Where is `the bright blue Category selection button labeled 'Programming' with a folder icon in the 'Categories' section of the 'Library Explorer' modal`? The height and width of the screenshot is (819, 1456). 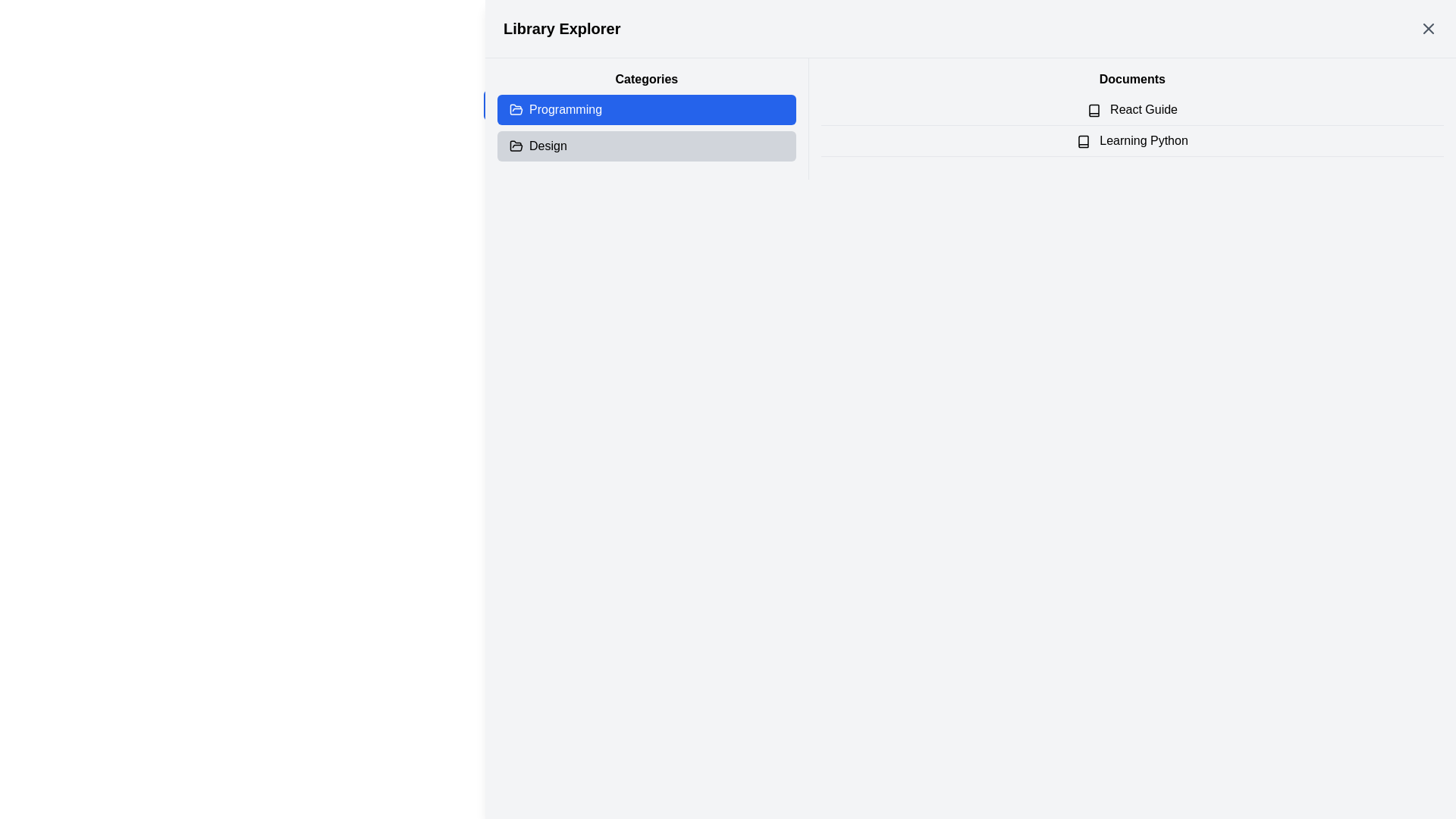
the bright blue Category selection button labeled 'Programming' with a folder icon in the 'Categories' section of the 'Library Explorer' modal is located at coordinates (525, 99).